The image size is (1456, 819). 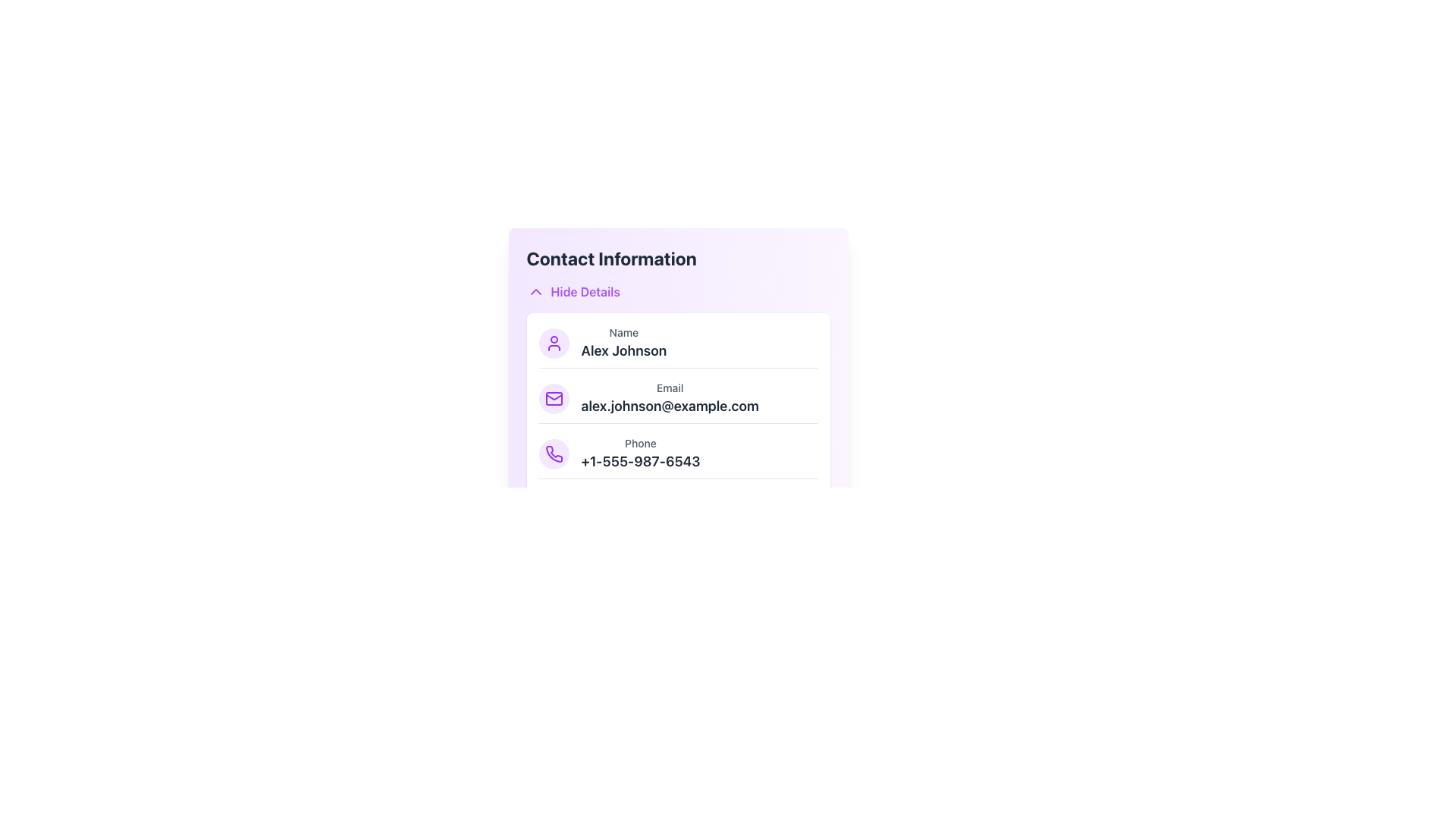 I want to click on the data display component showing the email address 'alex.johnson@example.com' associated with user 'Alex Johnson' located within the 'Contact Information' card, so click(x=677, y=401).